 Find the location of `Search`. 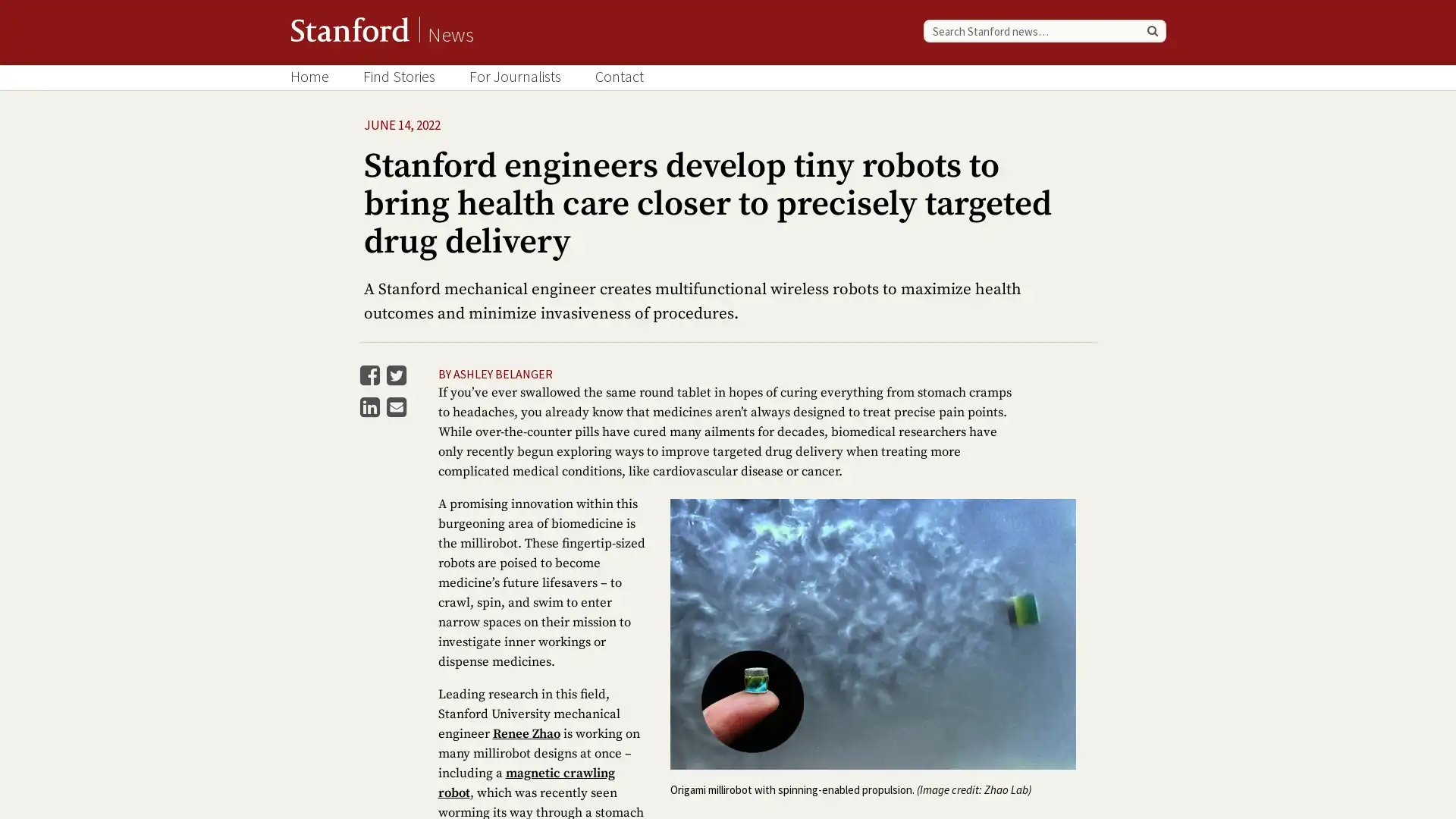

Search is located at coordinates (1151, 31).